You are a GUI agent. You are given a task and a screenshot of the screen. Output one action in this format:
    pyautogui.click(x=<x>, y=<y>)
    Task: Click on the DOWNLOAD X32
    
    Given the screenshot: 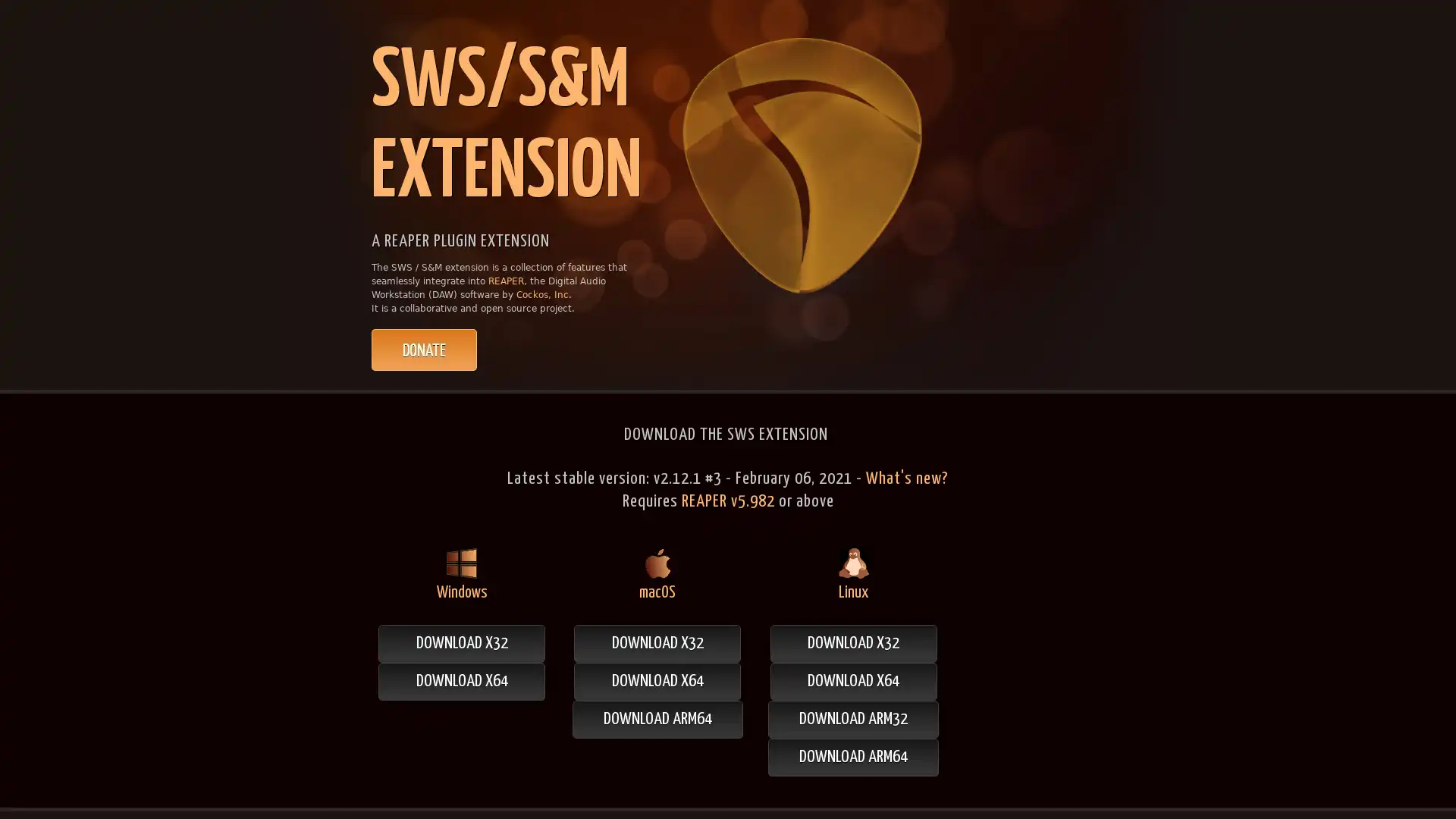 What is the action you would take?
    pyautogui.click(x=971, y=643)
    